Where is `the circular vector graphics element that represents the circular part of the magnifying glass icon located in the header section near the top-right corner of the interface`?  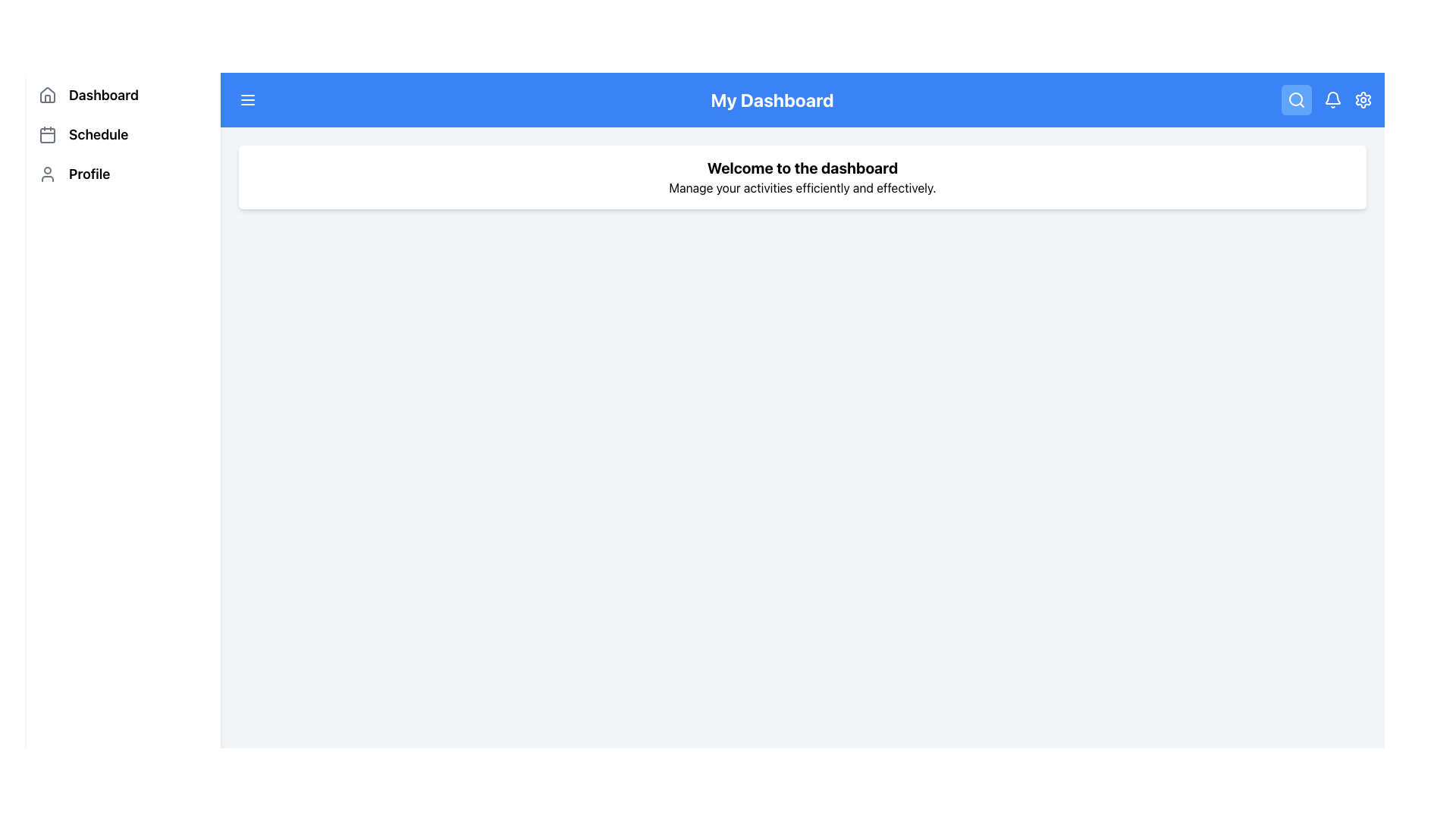 the circular vector graphics element that represents the circular part of the magnifying glass icon located in the header section near the top-right corner of the interface is located at coordinates (1294, 99).